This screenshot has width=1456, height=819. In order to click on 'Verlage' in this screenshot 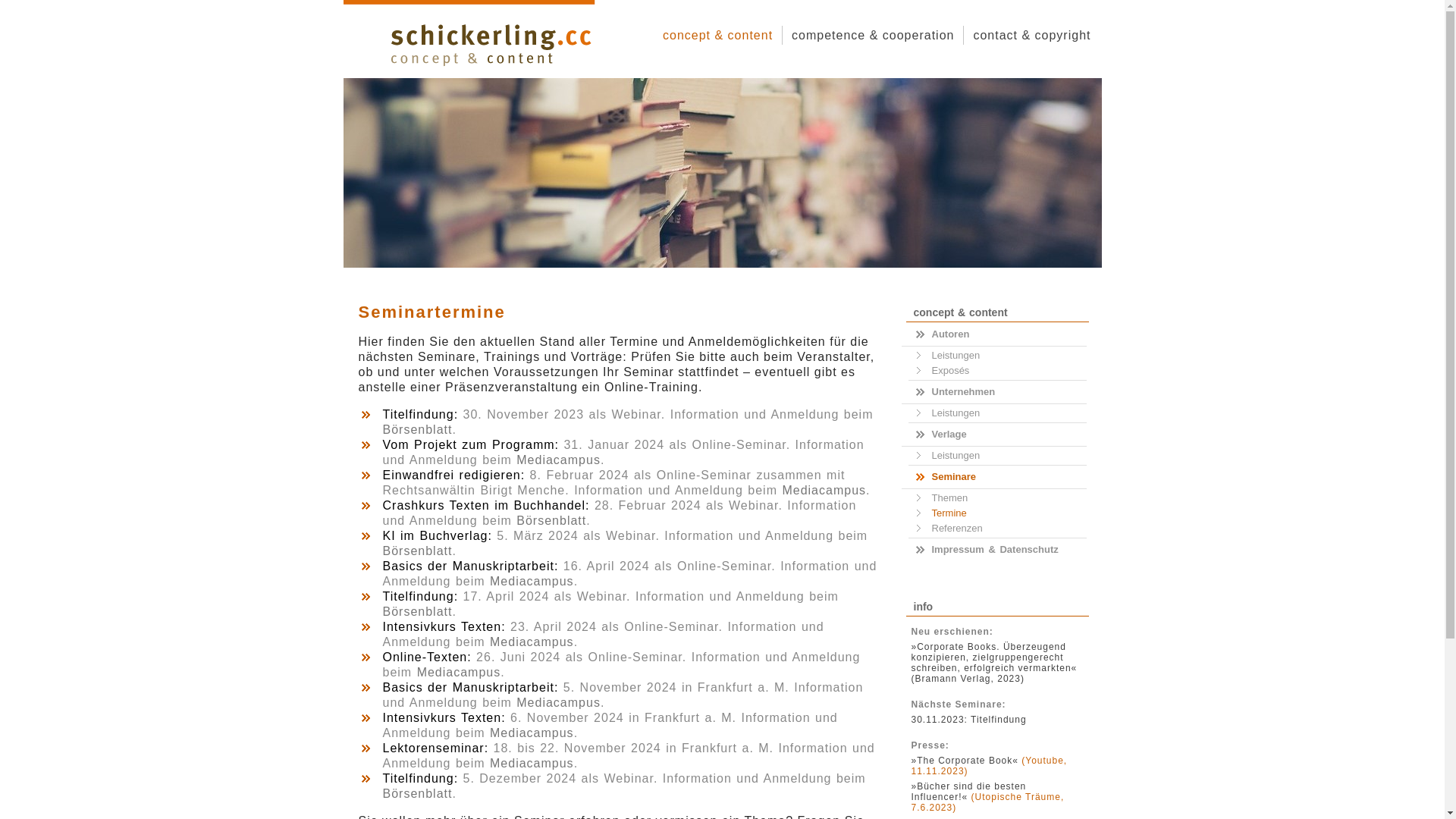, I will do `click(908, 435)`.